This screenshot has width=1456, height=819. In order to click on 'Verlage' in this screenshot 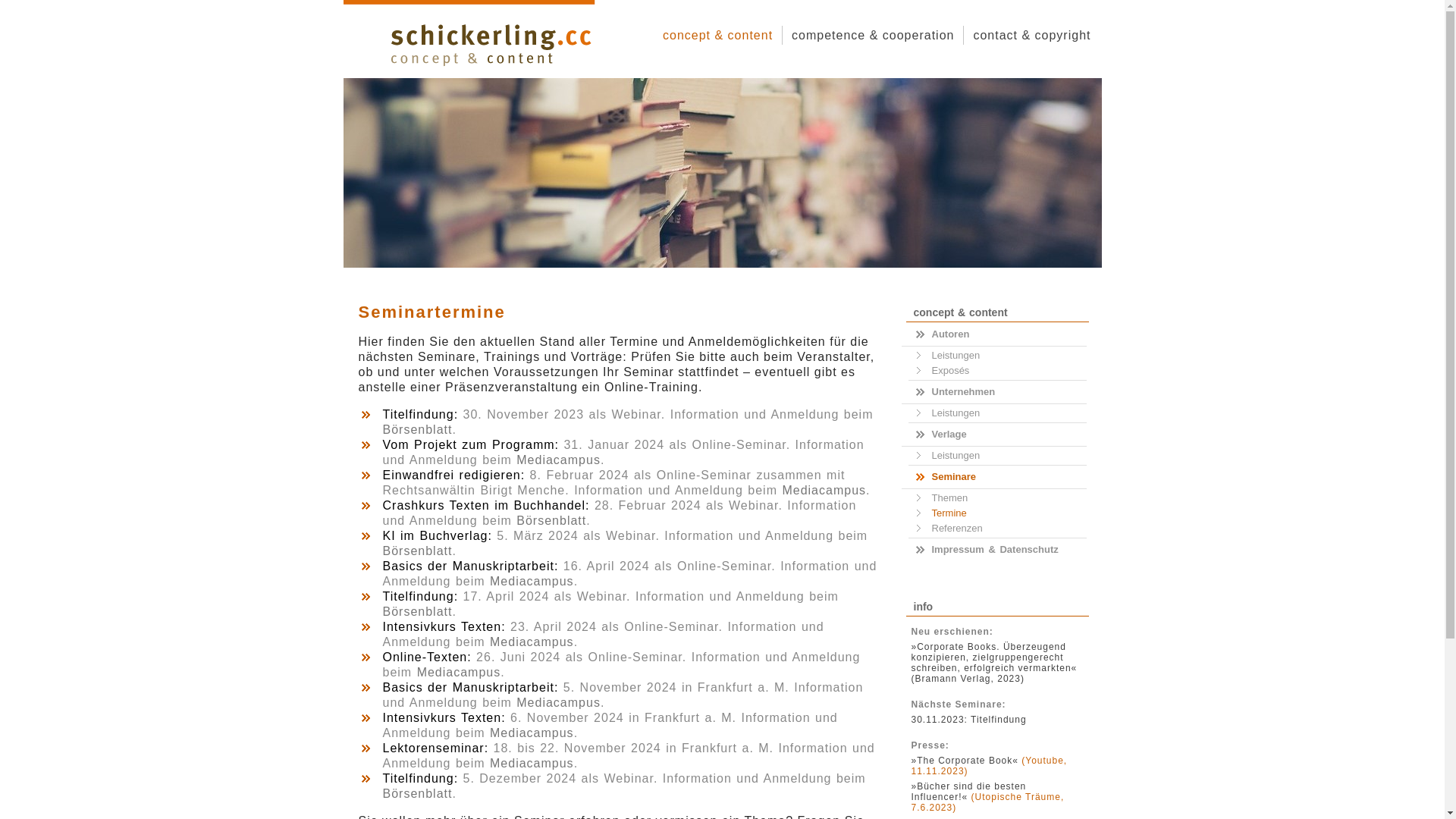, I will do `click(908, 435)`.